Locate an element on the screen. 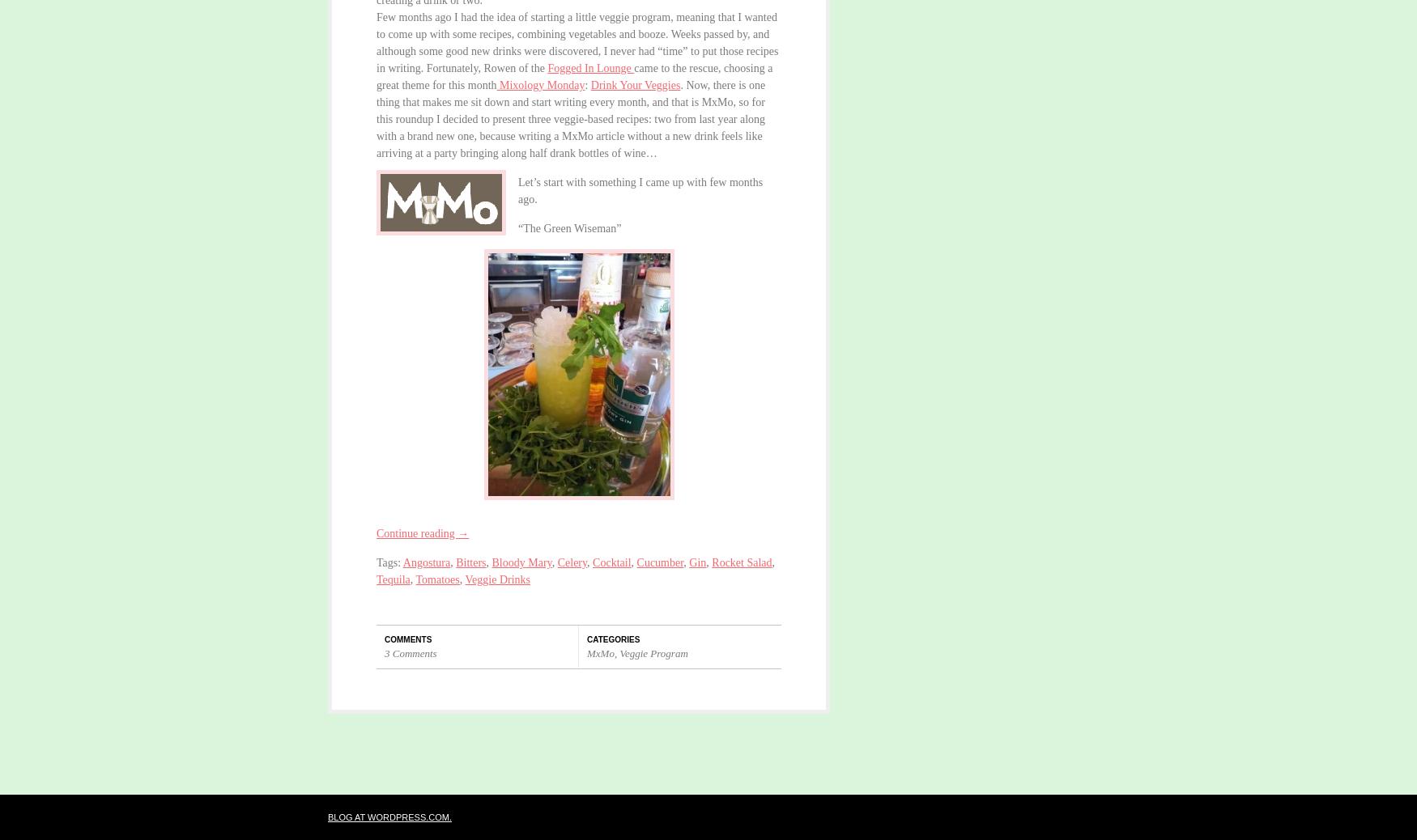  '“The Green Wiseman”' is located at coordinates (517, 228).